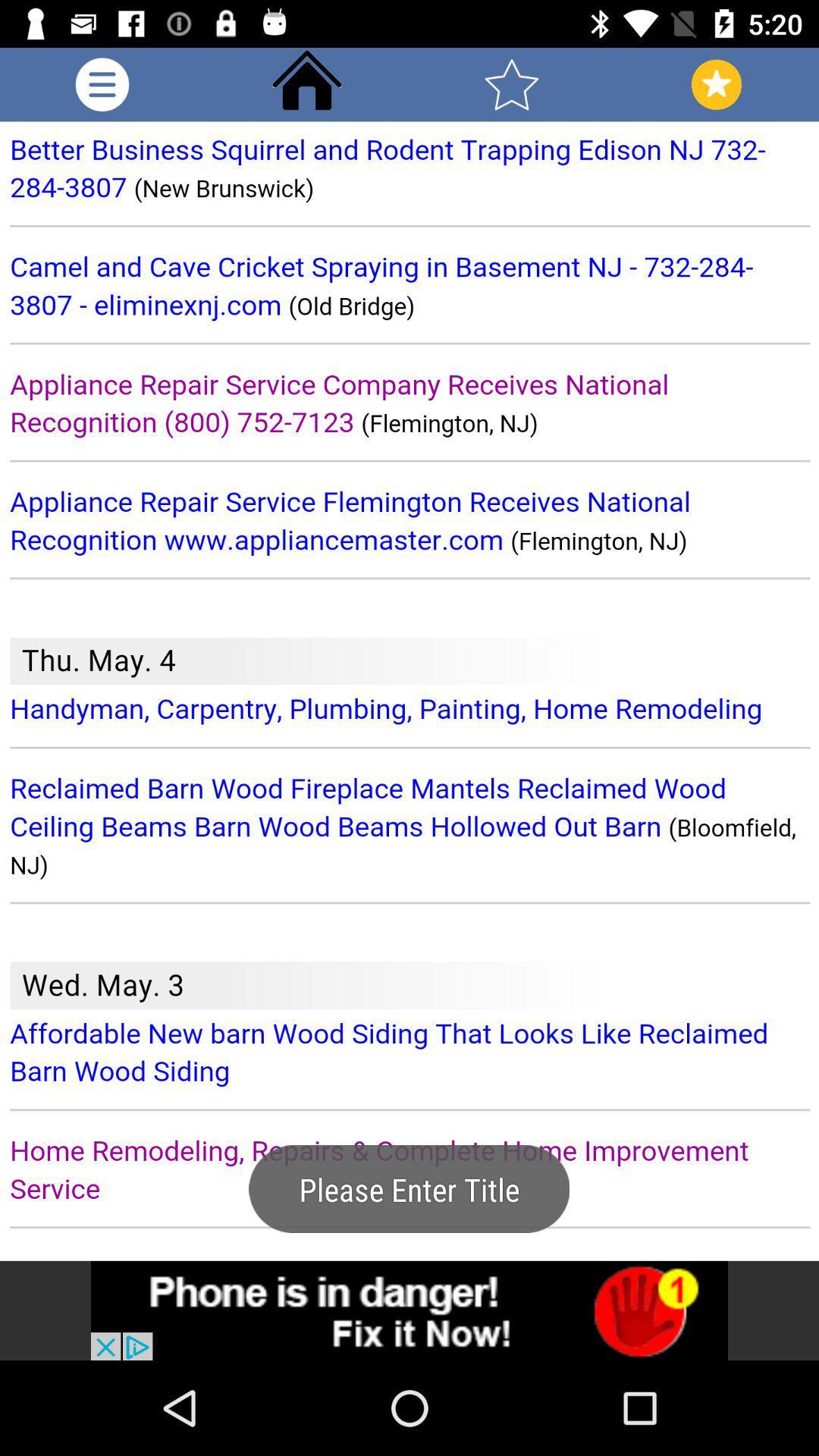  What do you see at coordinates (512, 83) in the screenshot?
I see `favorite` at bounding box center [512, 83].